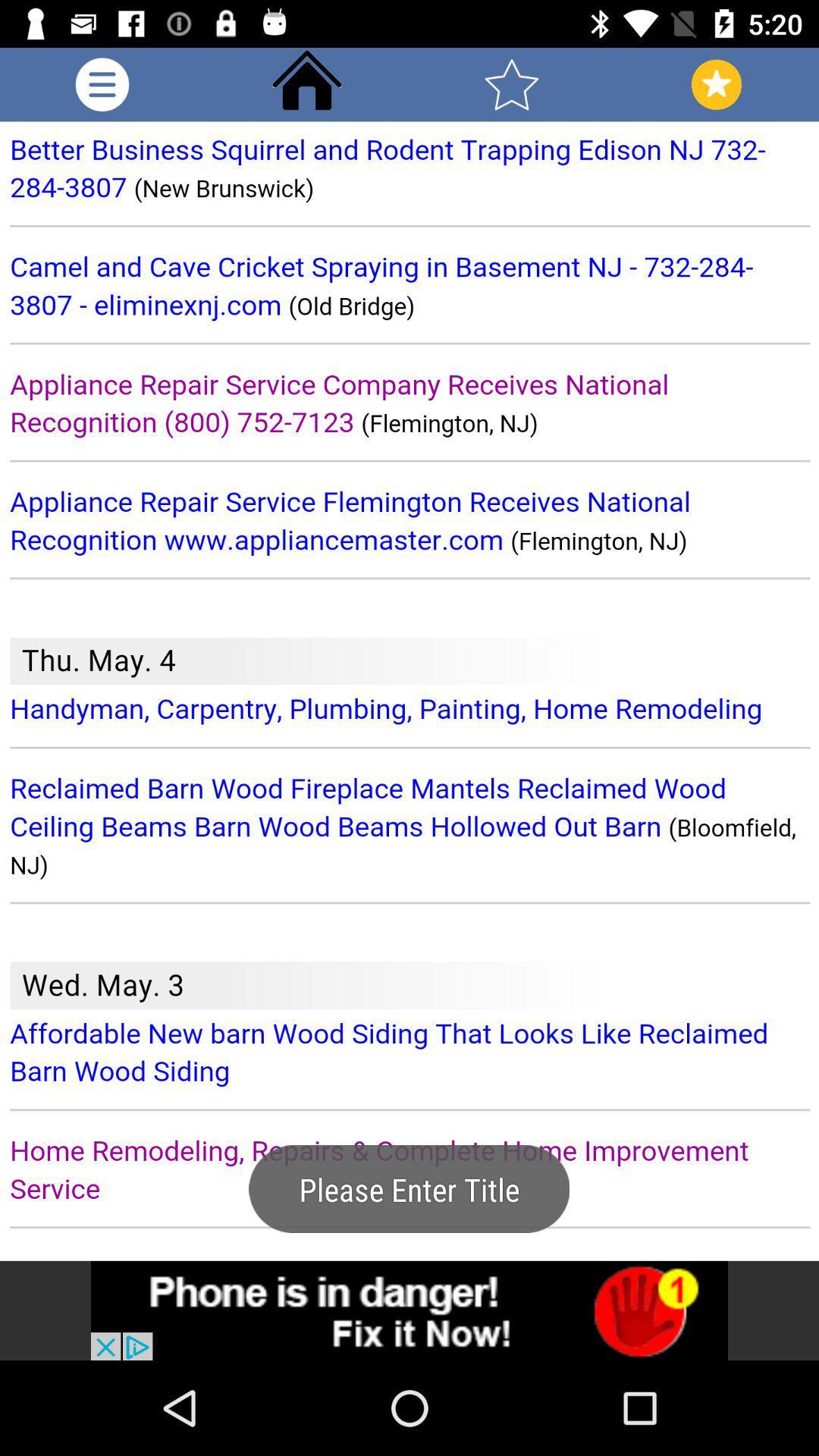  What do you see at coordinates (512, 83) in the screenshot?
I see `favorite` at bounding box center [512, 83].